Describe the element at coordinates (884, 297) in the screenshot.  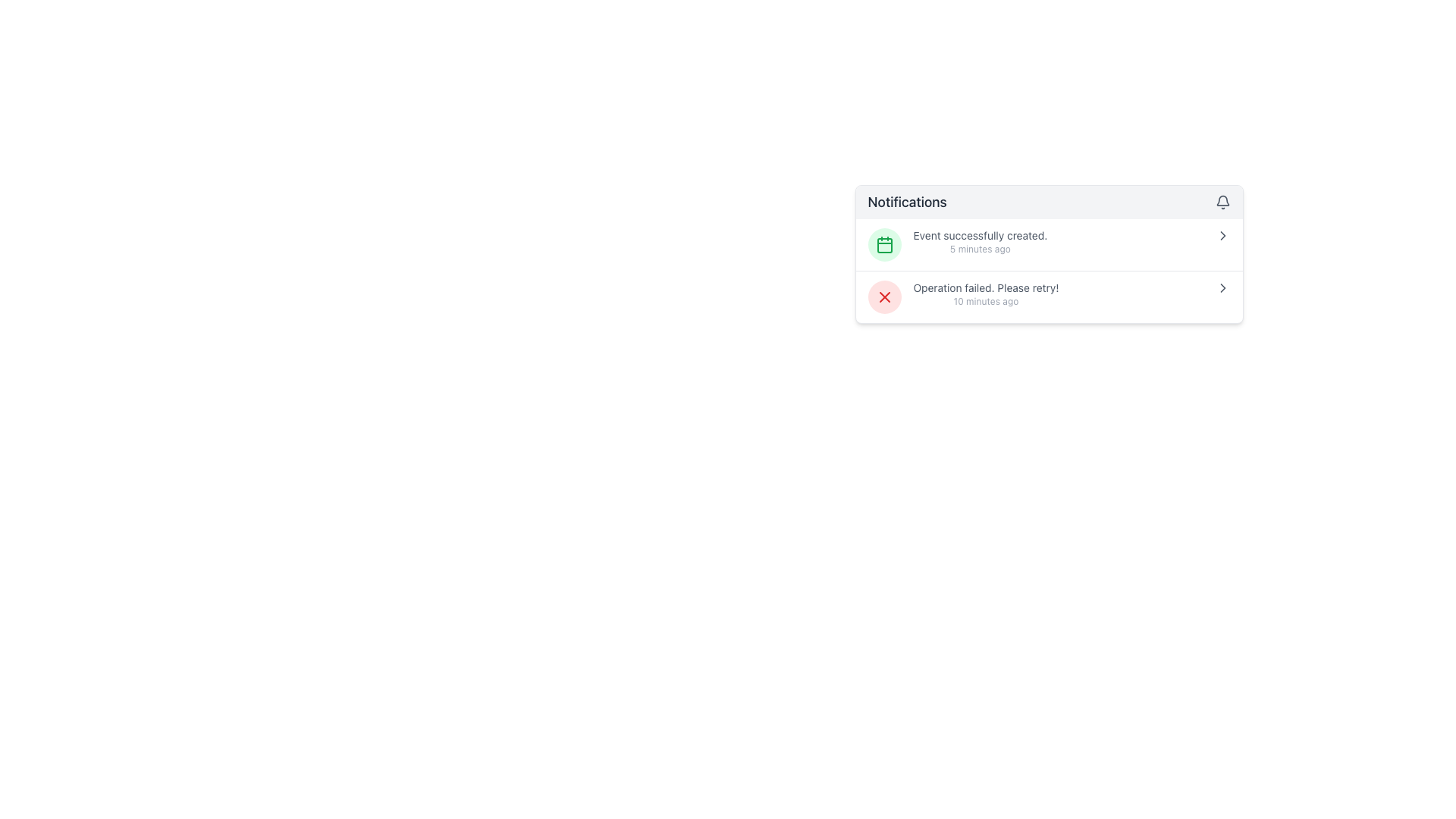
I see `the red circular icon with a red 'X' symbol, which is the second item in the vertically stacked notification list adjacent to the text 'Operation failed. Please retry!'` at that location.